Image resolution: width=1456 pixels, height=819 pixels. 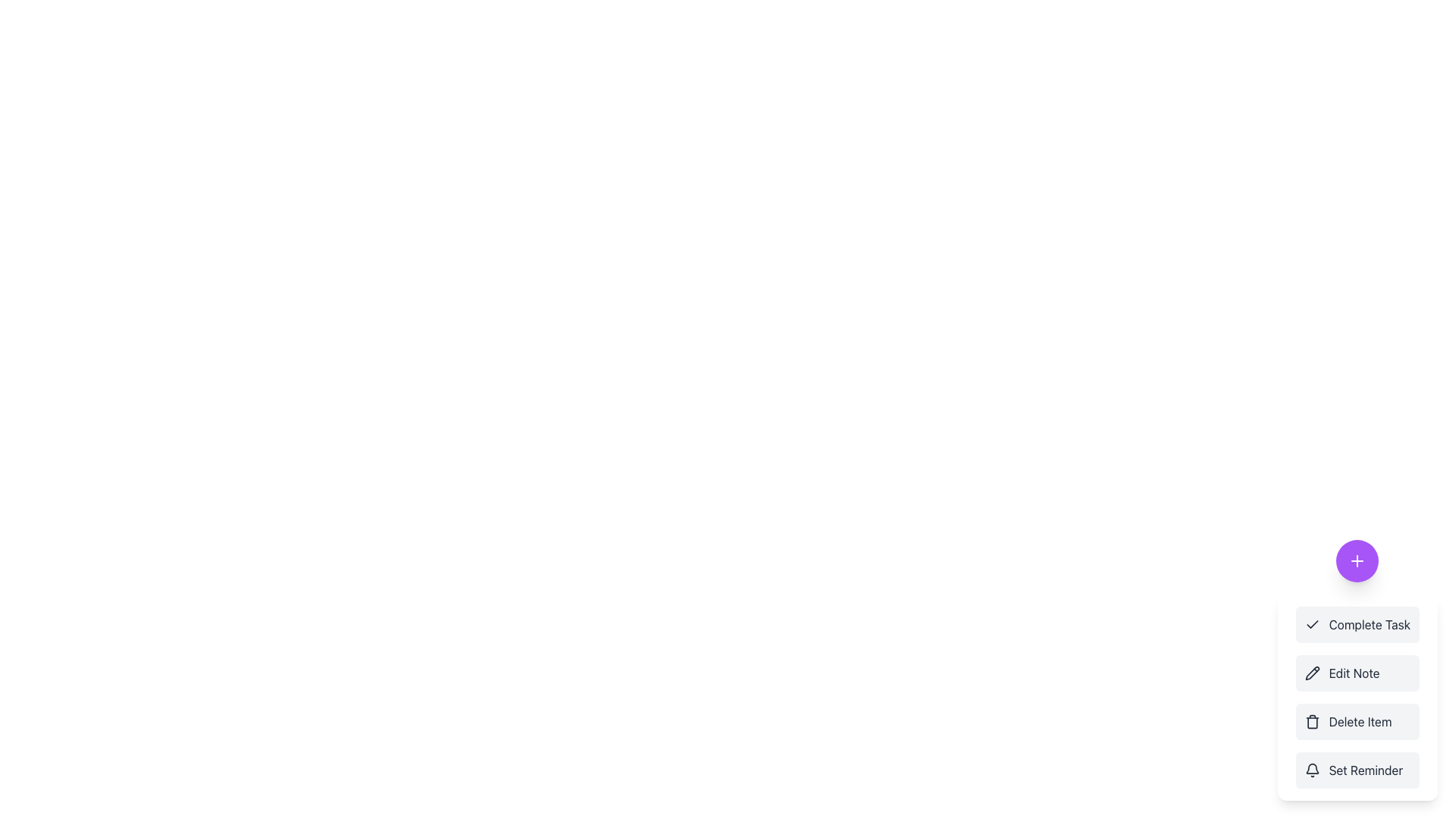 I want to click on to select the 'Complete Task' option from the topmost item in the vertical options menu located at the bottom-right corner of the interface, so click(x=1370, y=625).